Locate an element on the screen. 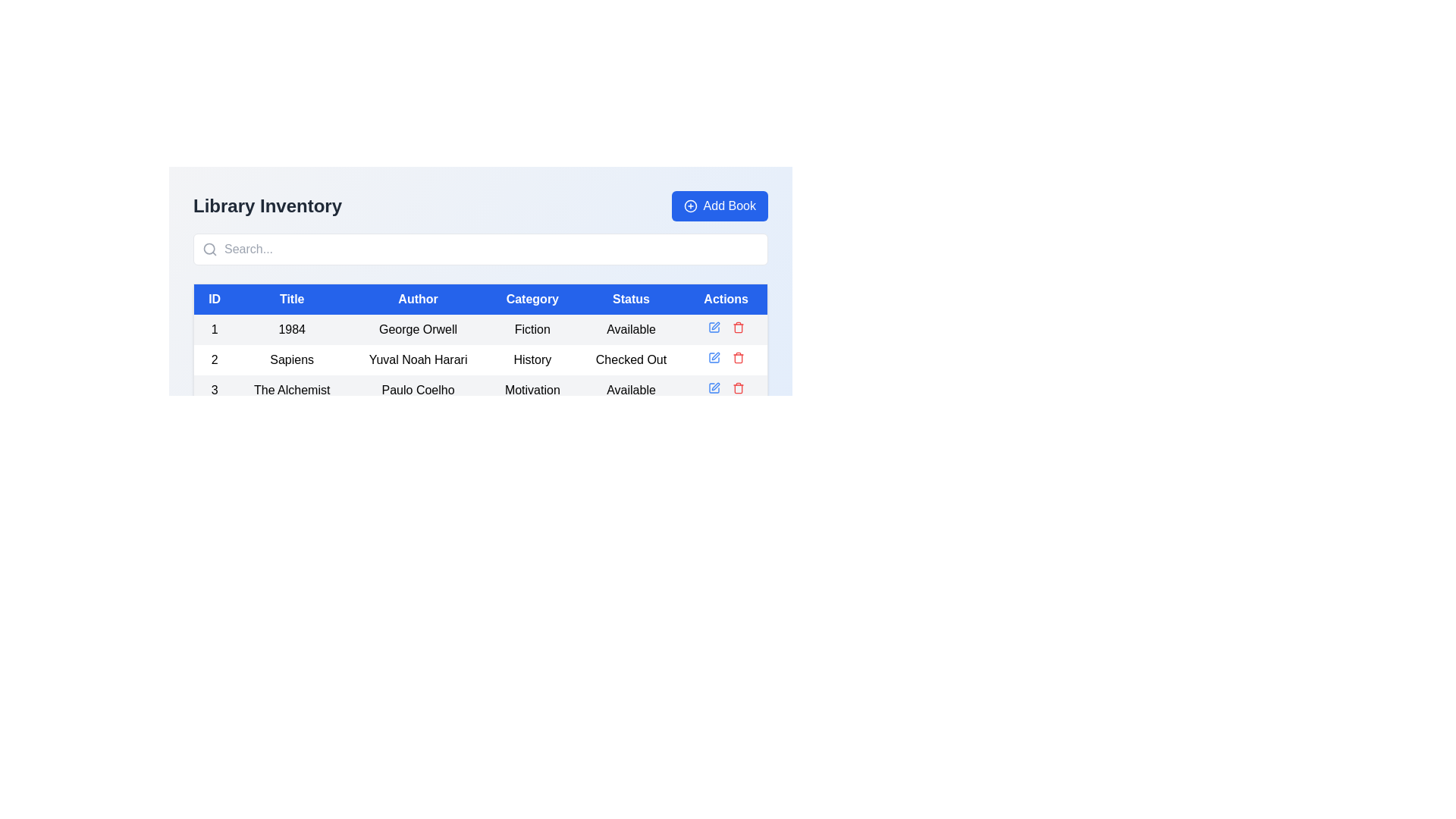 This screenshot has height=819, width=1456. the Text Label in the third row of the table under the 'Category' column, which identifies the genre or classification of the listed item is located at coordinates (532, 390).